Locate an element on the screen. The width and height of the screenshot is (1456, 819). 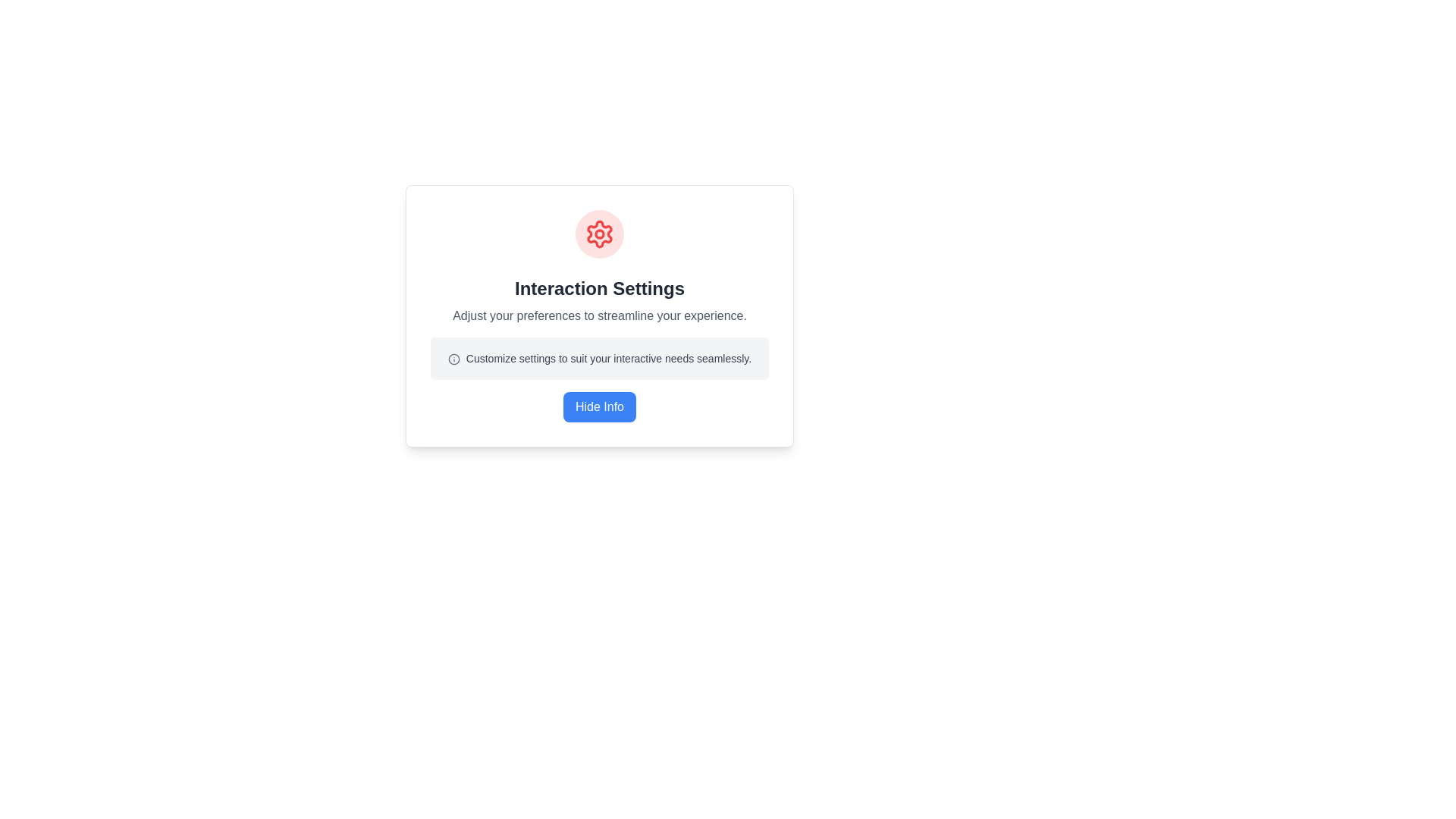
the outer circular shape of the SVG icon located near the text 'Interaction Settings' by clicking on it is located at coordinates (453, 359).